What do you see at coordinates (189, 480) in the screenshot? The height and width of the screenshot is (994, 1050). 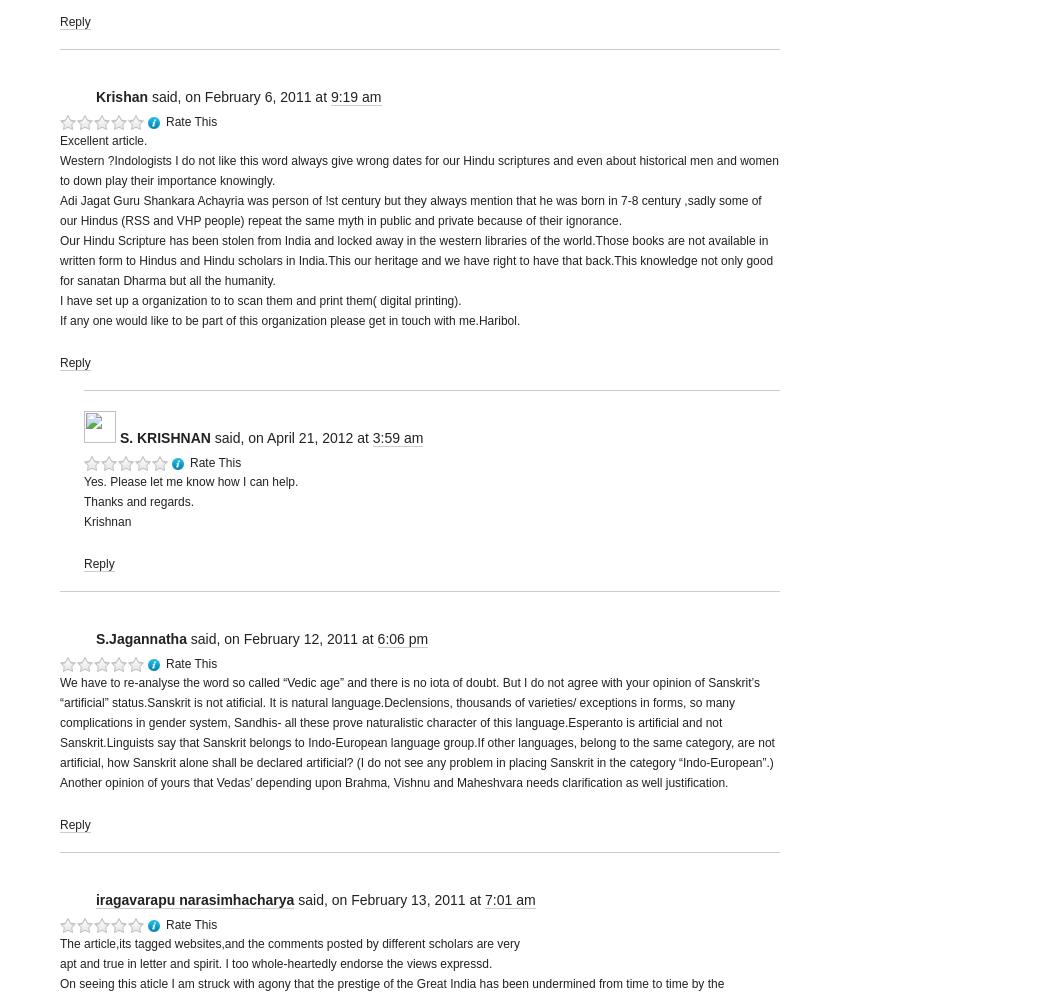 I see `'Yes. Please let me know how I can help.'` at bounding box center [189, 480].